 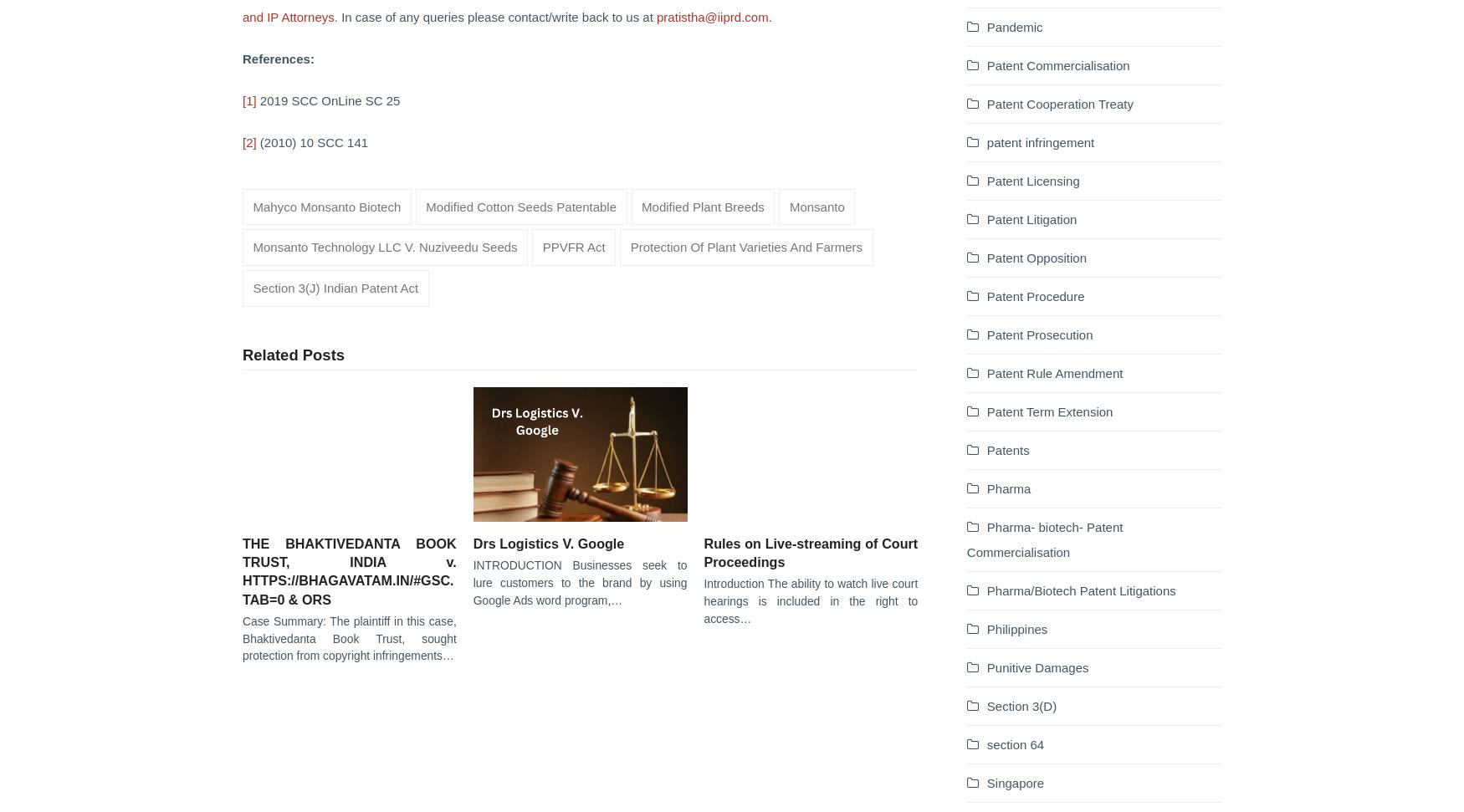 I want to click on '2019 SCC OnLine SC 25', so click(x=327, y=100).